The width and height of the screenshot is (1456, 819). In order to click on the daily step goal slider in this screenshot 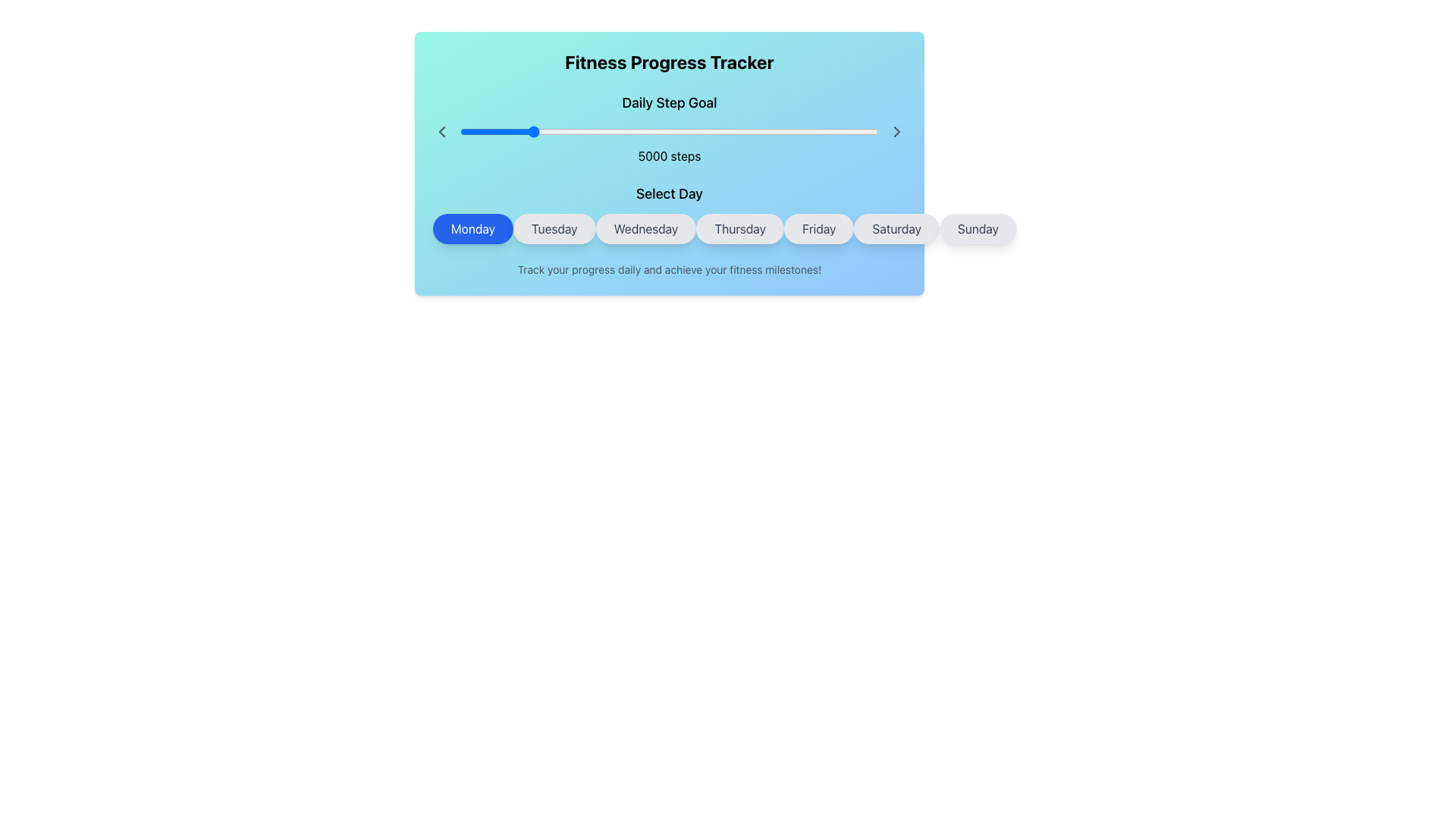, I will do `click(827, 130)`.